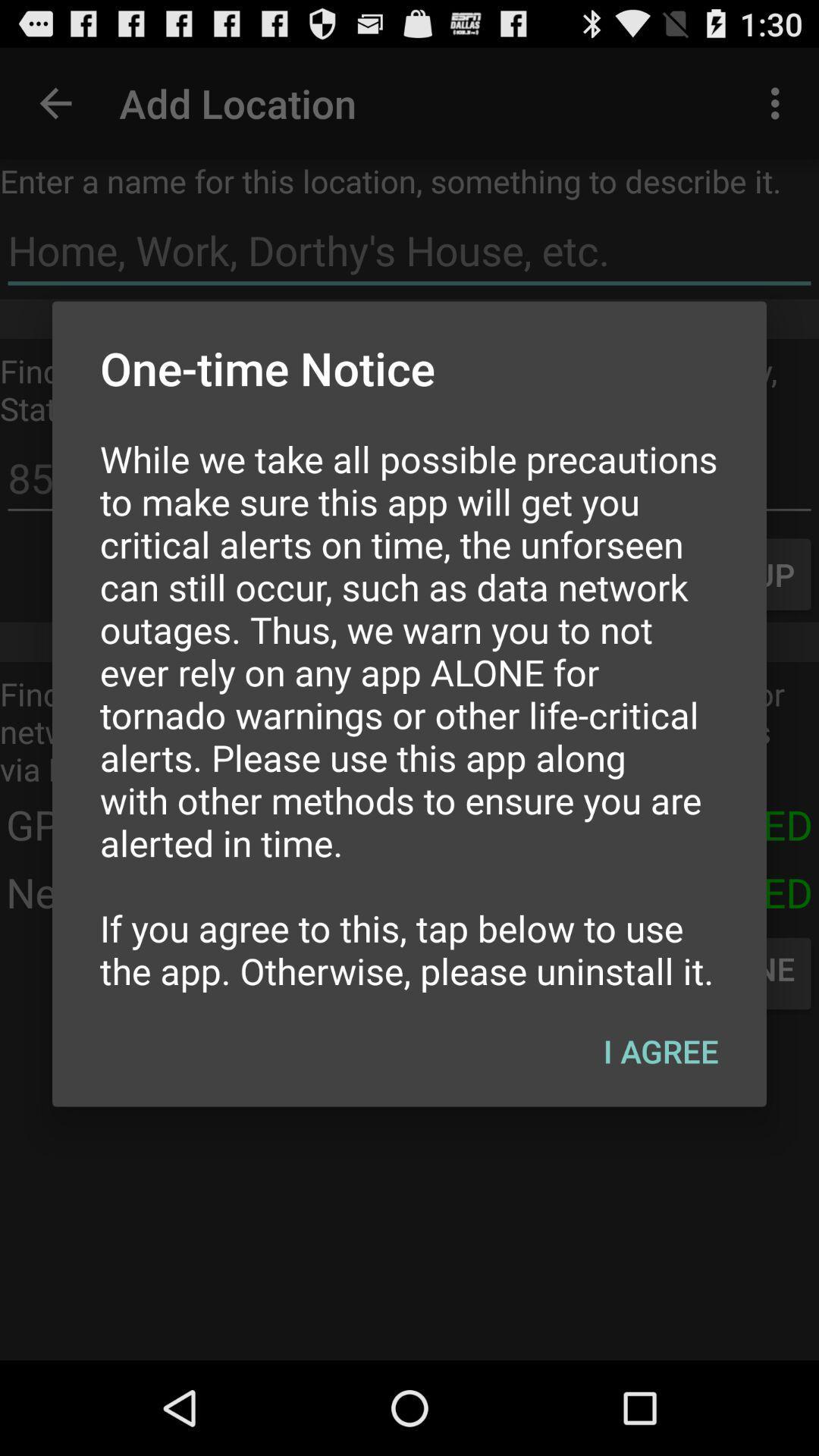 The width and height of the screenshot is (819, 1456). I want to click on item at the bottom right corner, so click(660, 1050).